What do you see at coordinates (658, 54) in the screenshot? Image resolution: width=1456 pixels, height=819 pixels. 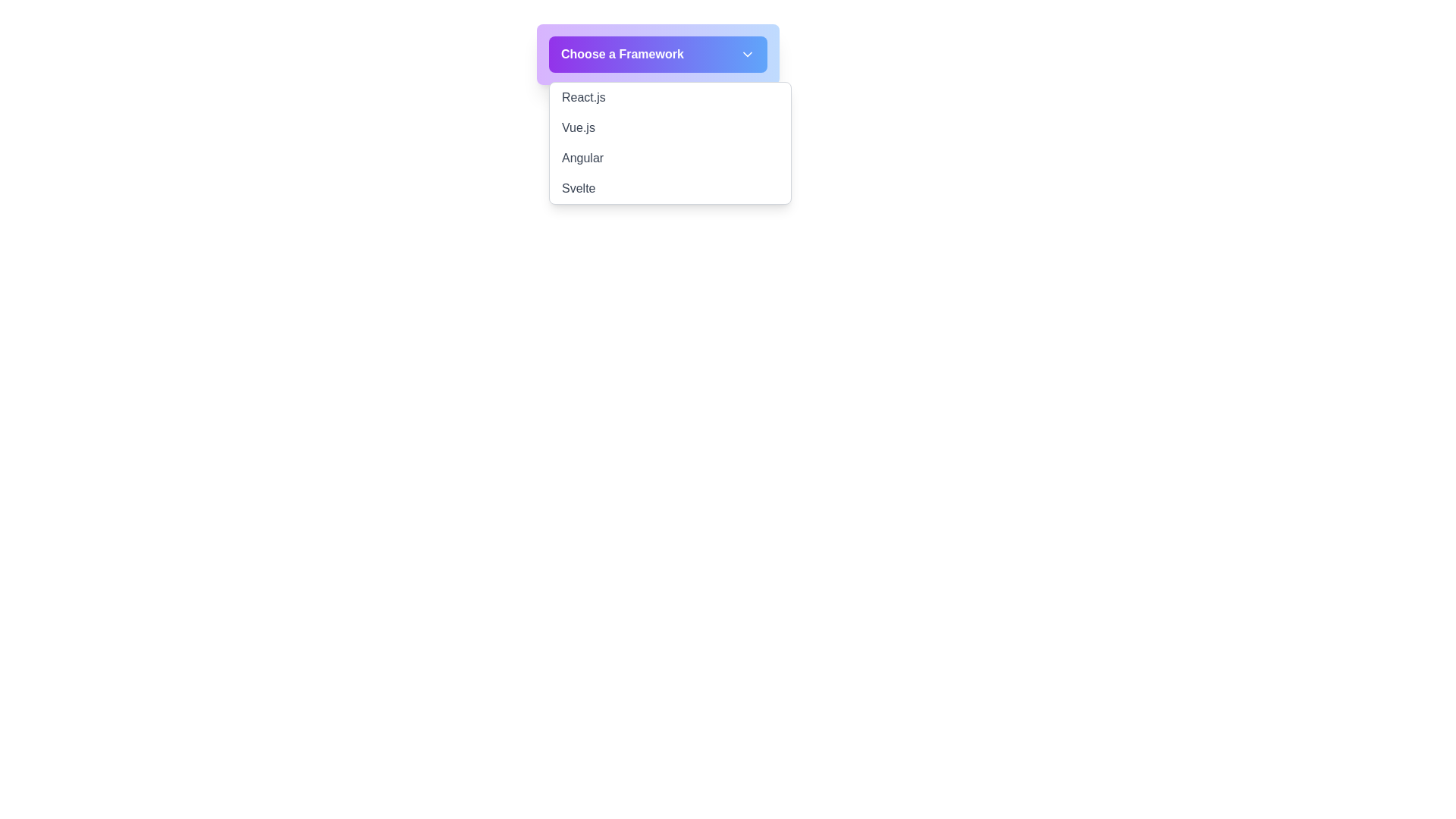 I see `the 'Choose a Framework' dropdown button, which is a rectangular button with a gradient background and a chevron icon` at bounding box center [658, 54].